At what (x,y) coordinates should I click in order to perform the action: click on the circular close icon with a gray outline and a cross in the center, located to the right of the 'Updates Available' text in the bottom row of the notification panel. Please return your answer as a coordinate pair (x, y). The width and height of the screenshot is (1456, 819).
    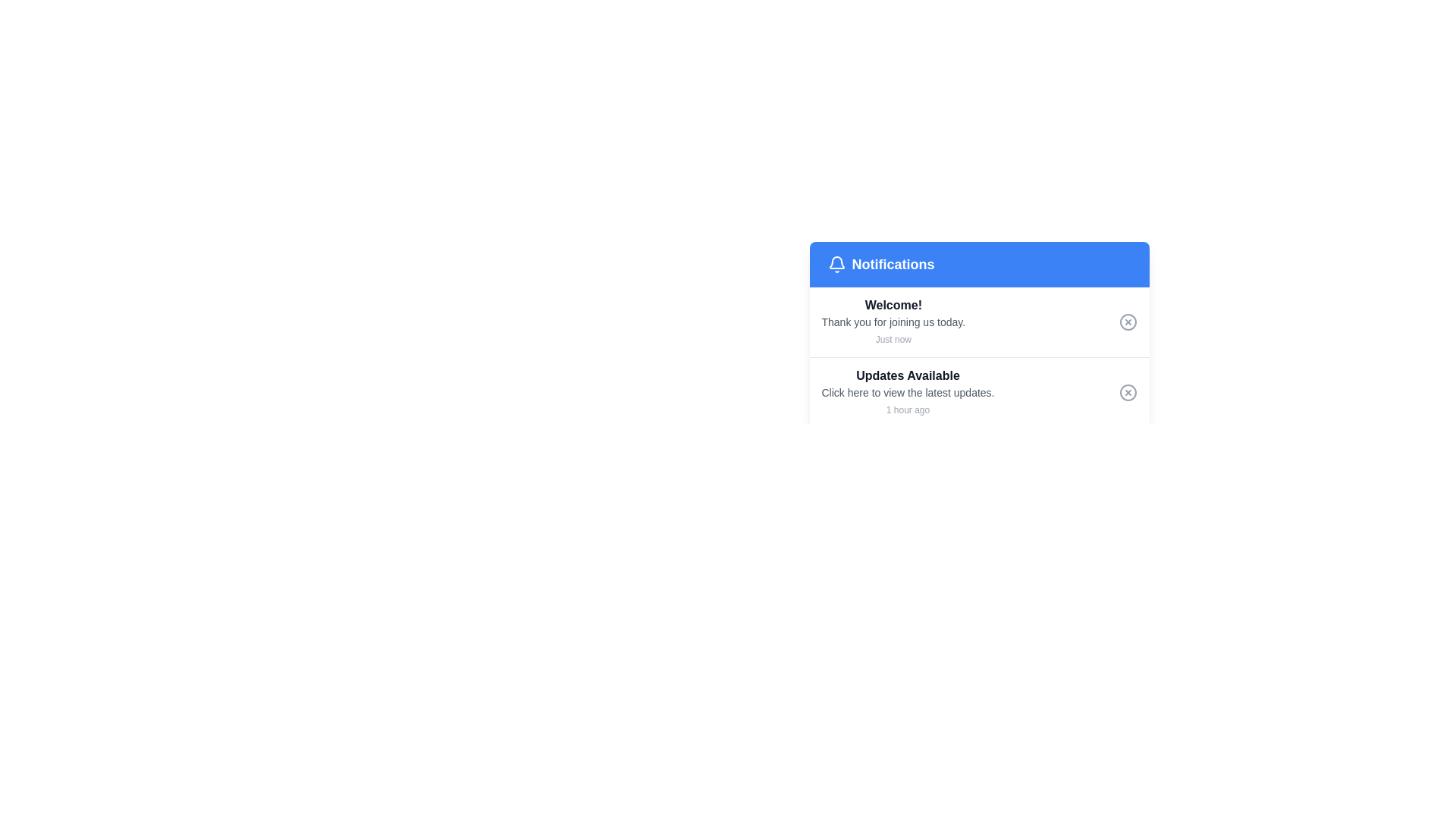
    Looking at the image, I should click on (1128, 391).